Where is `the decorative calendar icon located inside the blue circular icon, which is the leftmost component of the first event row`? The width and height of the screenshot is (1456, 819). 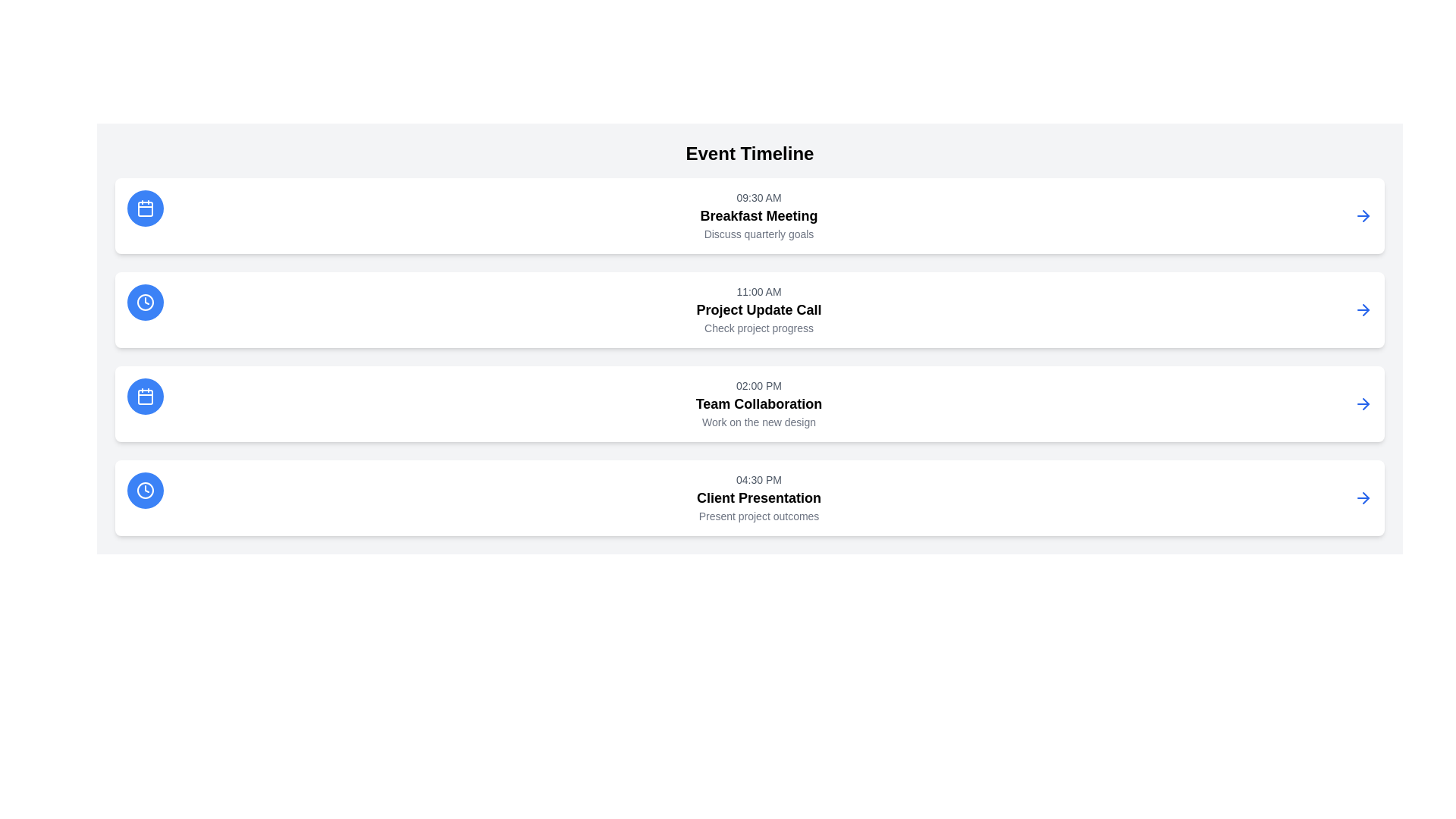 the decorative calendar icon located inside the blue circular icon, which is the leftmost component of the first event row is located at coordinates (146, 209).